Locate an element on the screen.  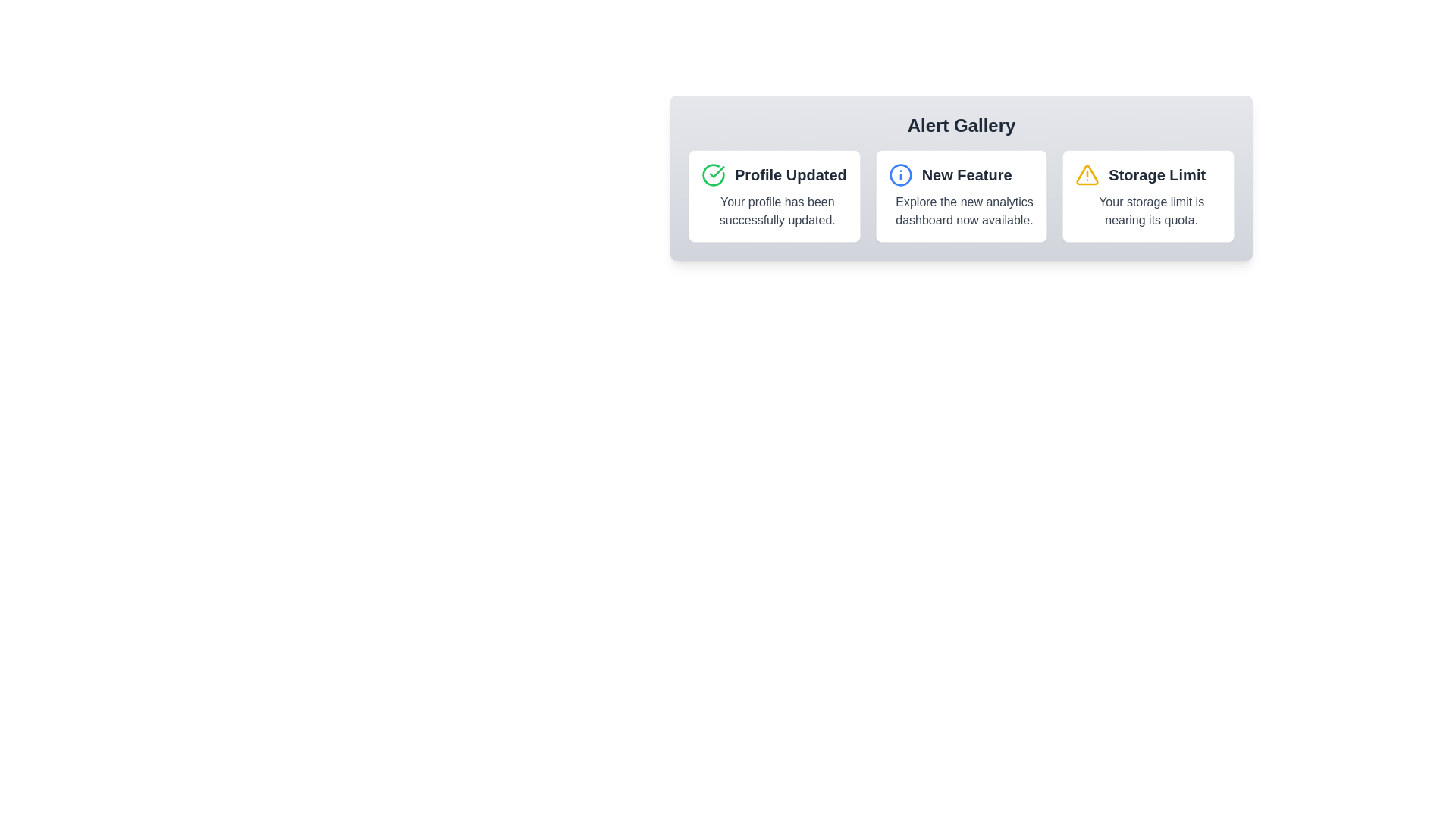
the Informational Box located beneath the heading 'Alert Gallery', which is the middle box in a row of three, containing bold text and detailed information is located at coordinates (960, 195).